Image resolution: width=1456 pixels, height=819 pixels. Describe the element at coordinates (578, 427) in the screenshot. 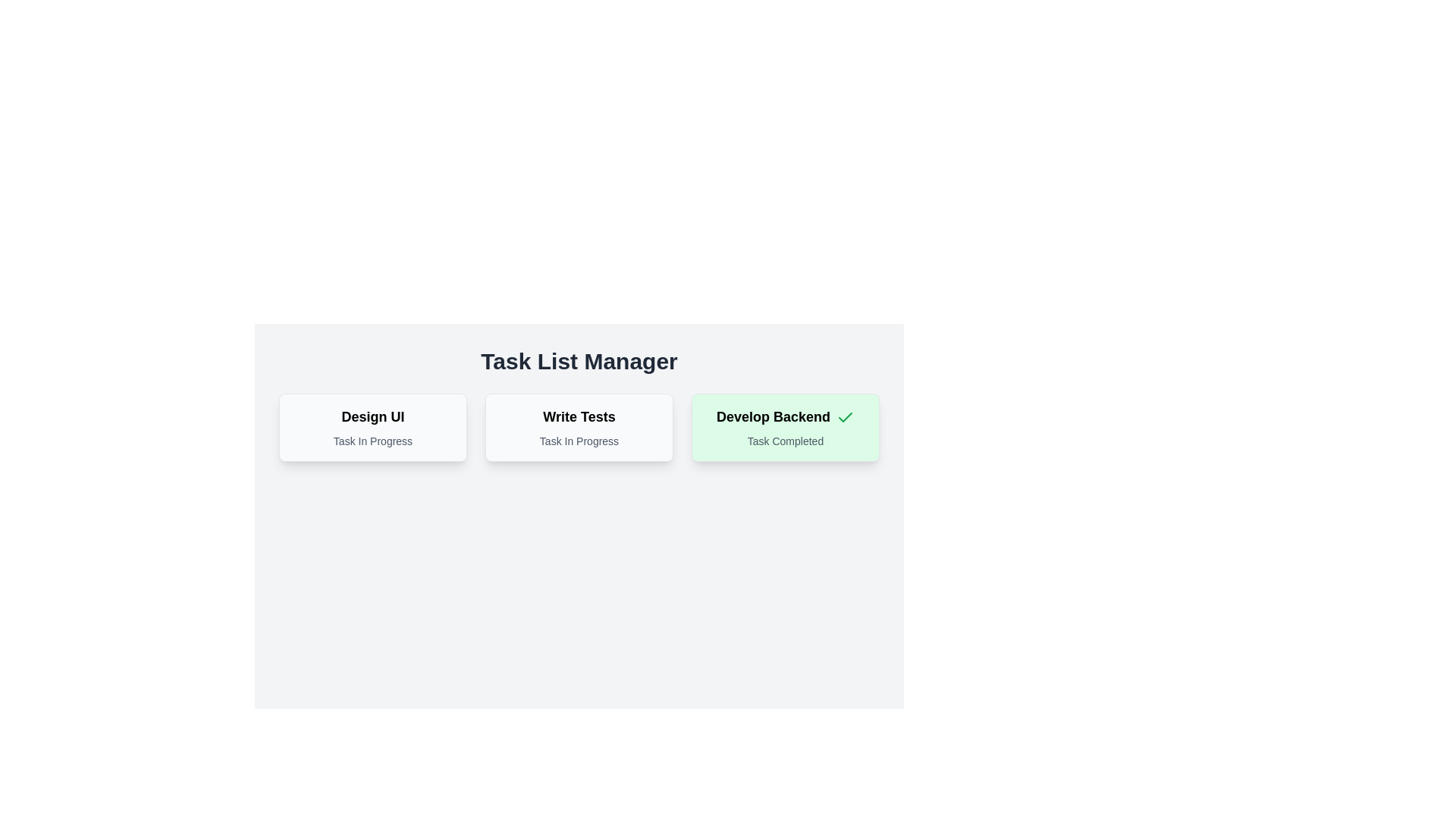

I see `the Information card which displays a task with a title and status, positioned centrally among three similar cards in a horizontal layout` at that location.